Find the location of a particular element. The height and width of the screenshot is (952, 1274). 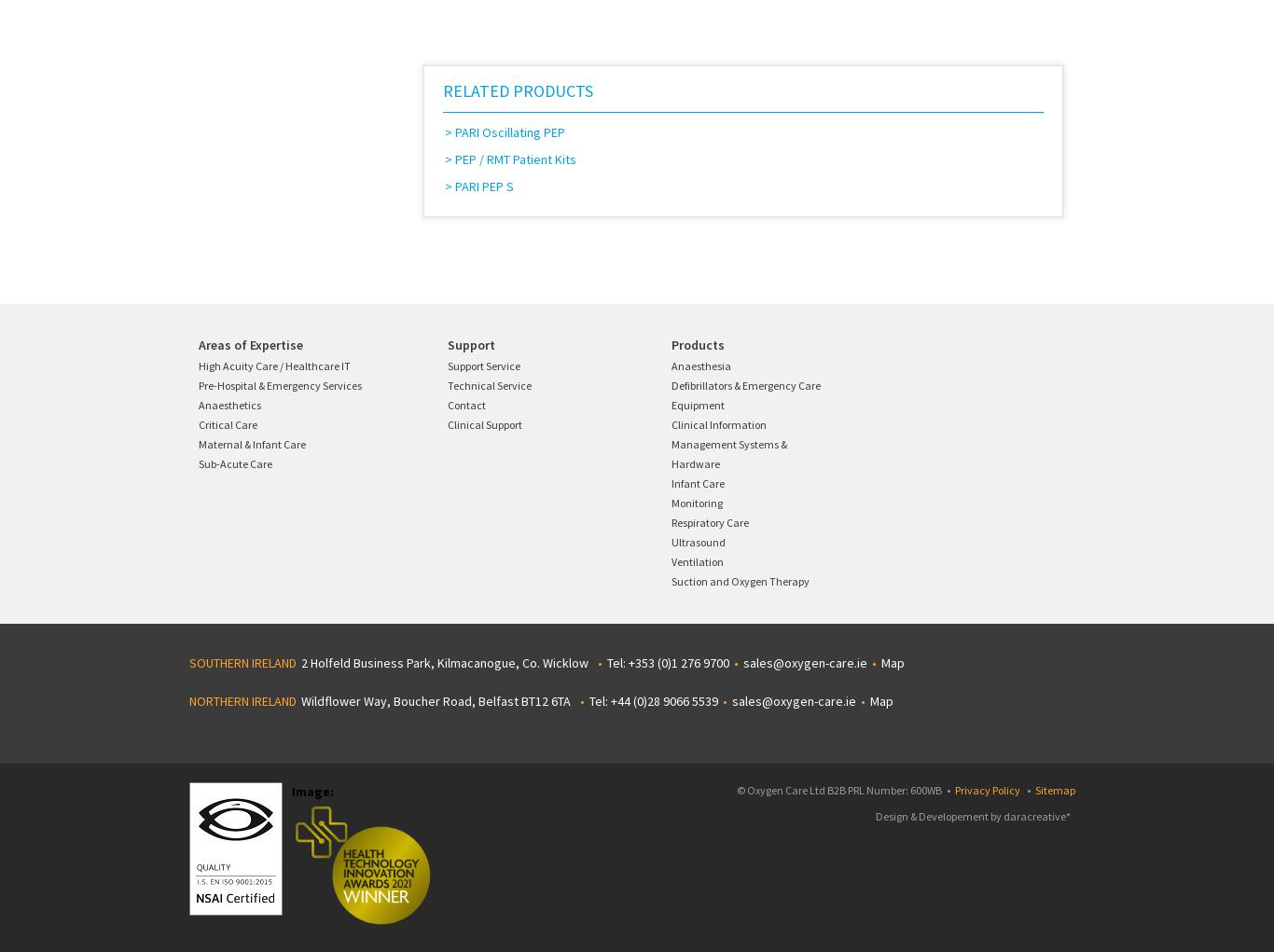

'Privacy Policy' is located at coordinates (987, 790).